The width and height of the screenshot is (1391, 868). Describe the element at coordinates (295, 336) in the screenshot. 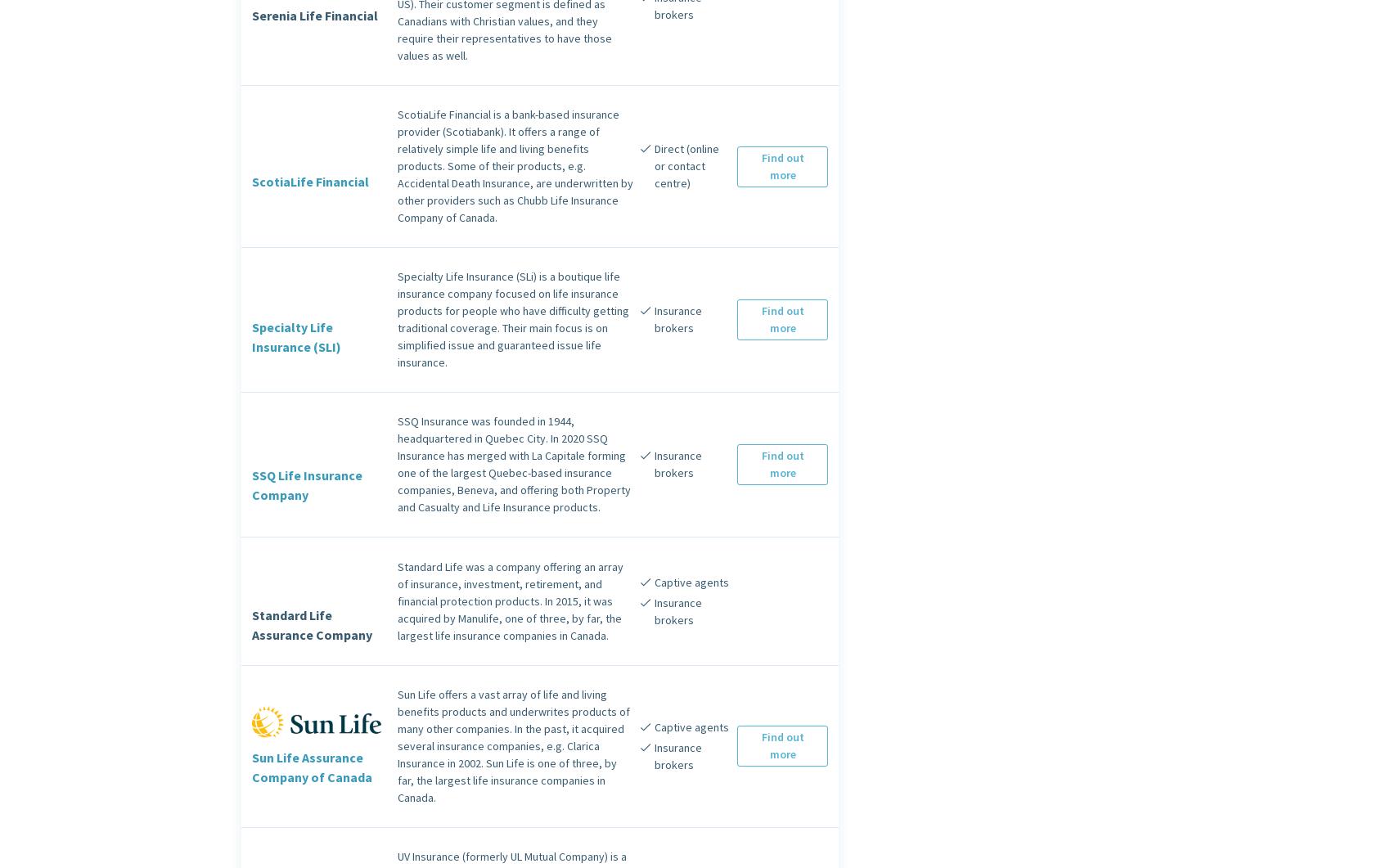

I see `'Specialty Life Insurance (SLI)'` at that location.